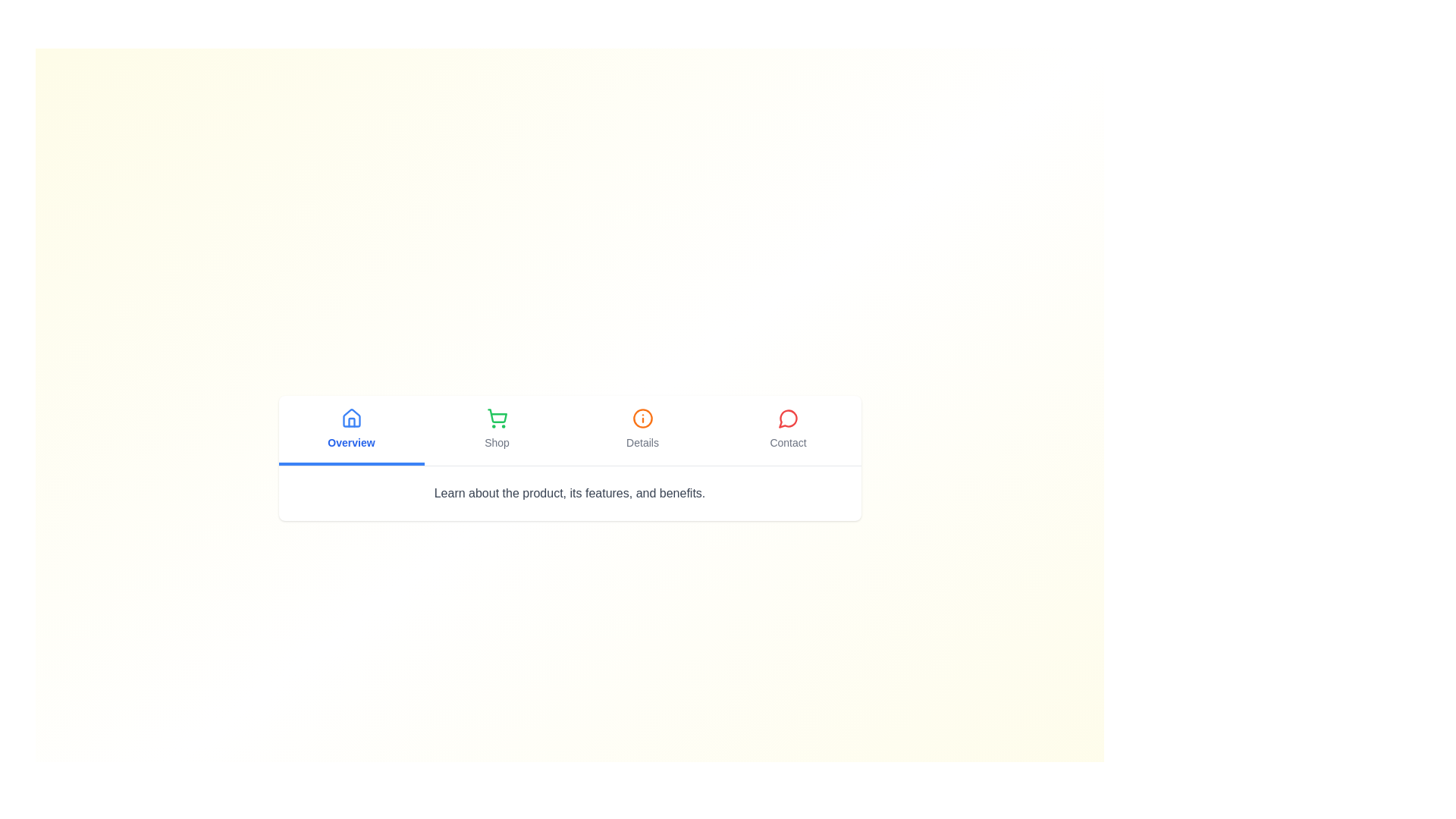  Describe the element at coordinates (788, 430) in the screenshot. I see `the Contact tab to switch to its content` at that location.